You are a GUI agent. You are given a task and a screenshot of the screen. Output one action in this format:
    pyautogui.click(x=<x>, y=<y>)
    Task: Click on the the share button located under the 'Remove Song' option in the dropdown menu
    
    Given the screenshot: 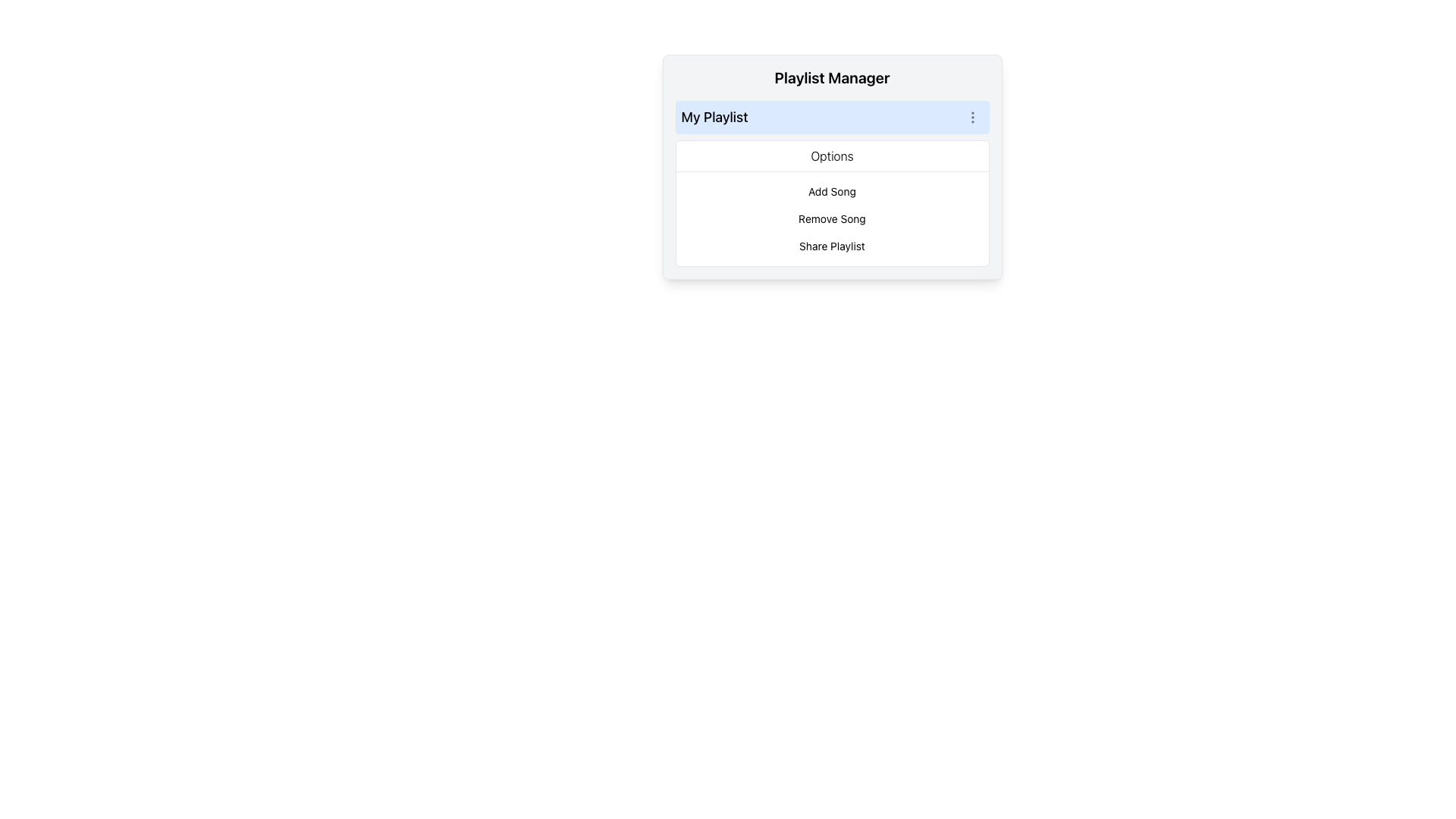 What is the action you would take?
    pyautogui.click(x=831, y=245)
    